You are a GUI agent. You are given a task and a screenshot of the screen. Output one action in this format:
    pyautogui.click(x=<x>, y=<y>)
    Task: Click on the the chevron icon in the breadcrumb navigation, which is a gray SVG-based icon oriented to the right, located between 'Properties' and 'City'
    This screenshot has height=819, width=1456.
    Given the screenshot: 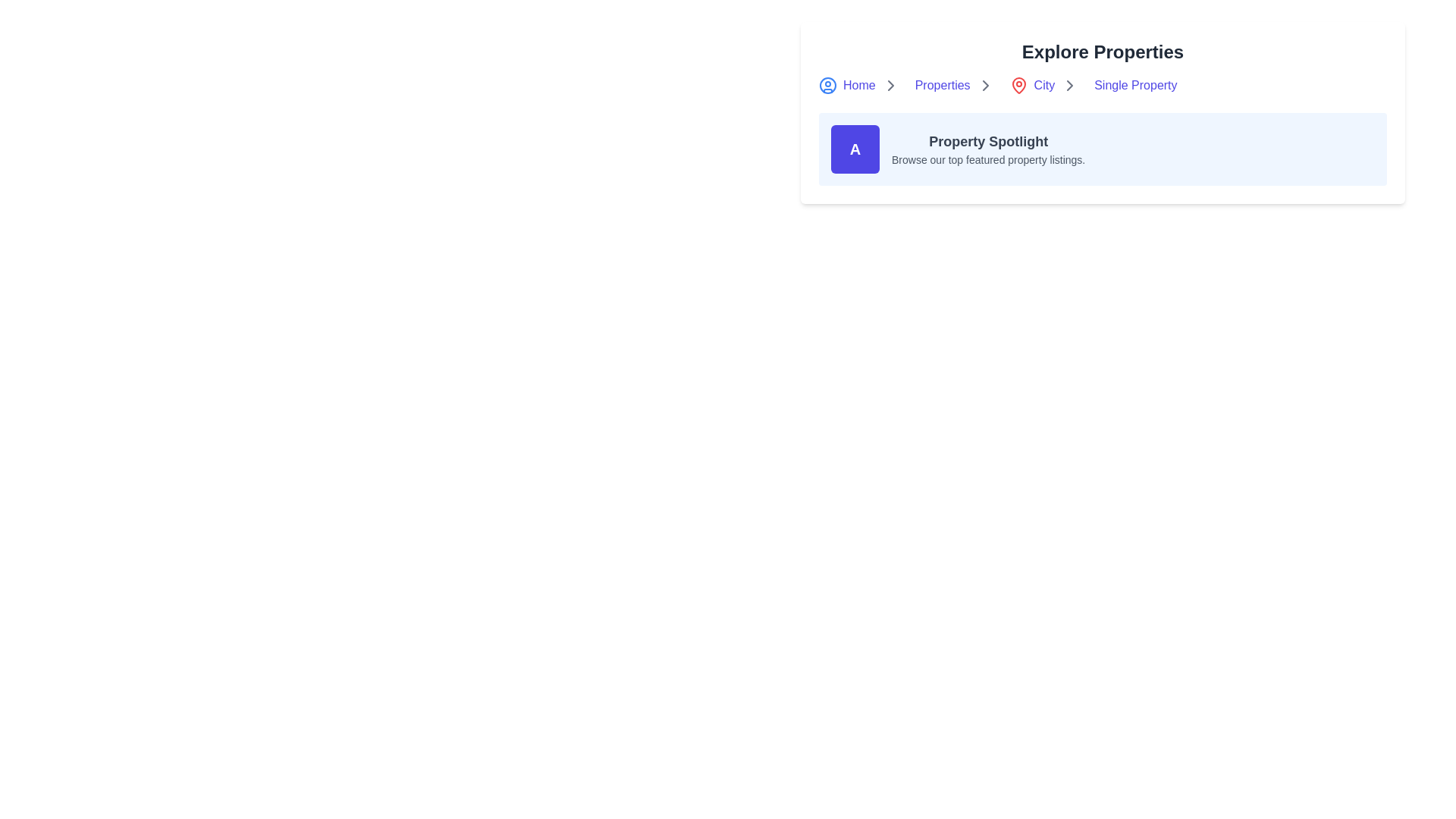 What is the action you would take?
    pyautogui.click(x=1069, y=85)
    